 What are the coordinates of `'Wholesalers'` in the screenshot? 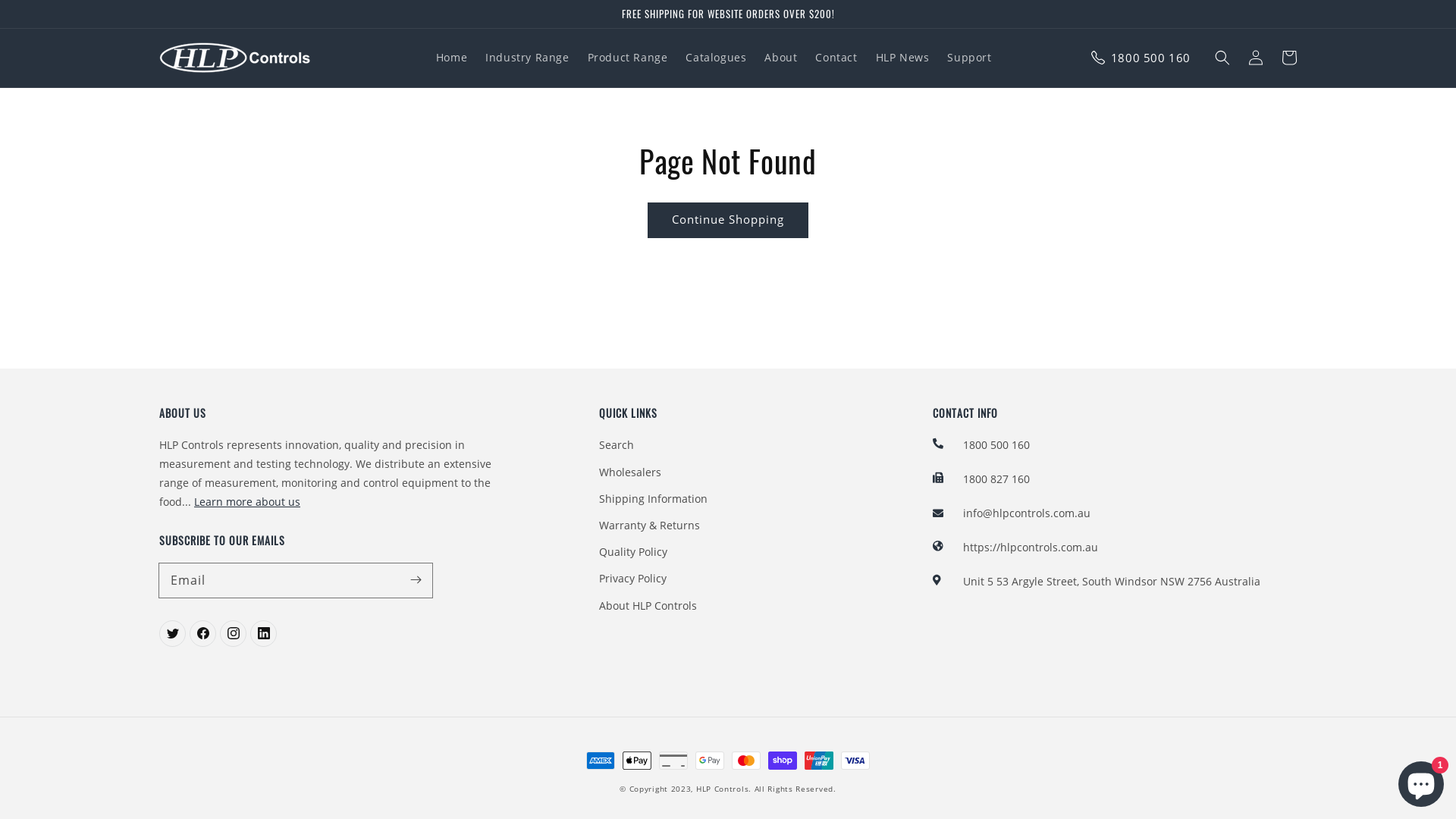 It's located at (629, 471).